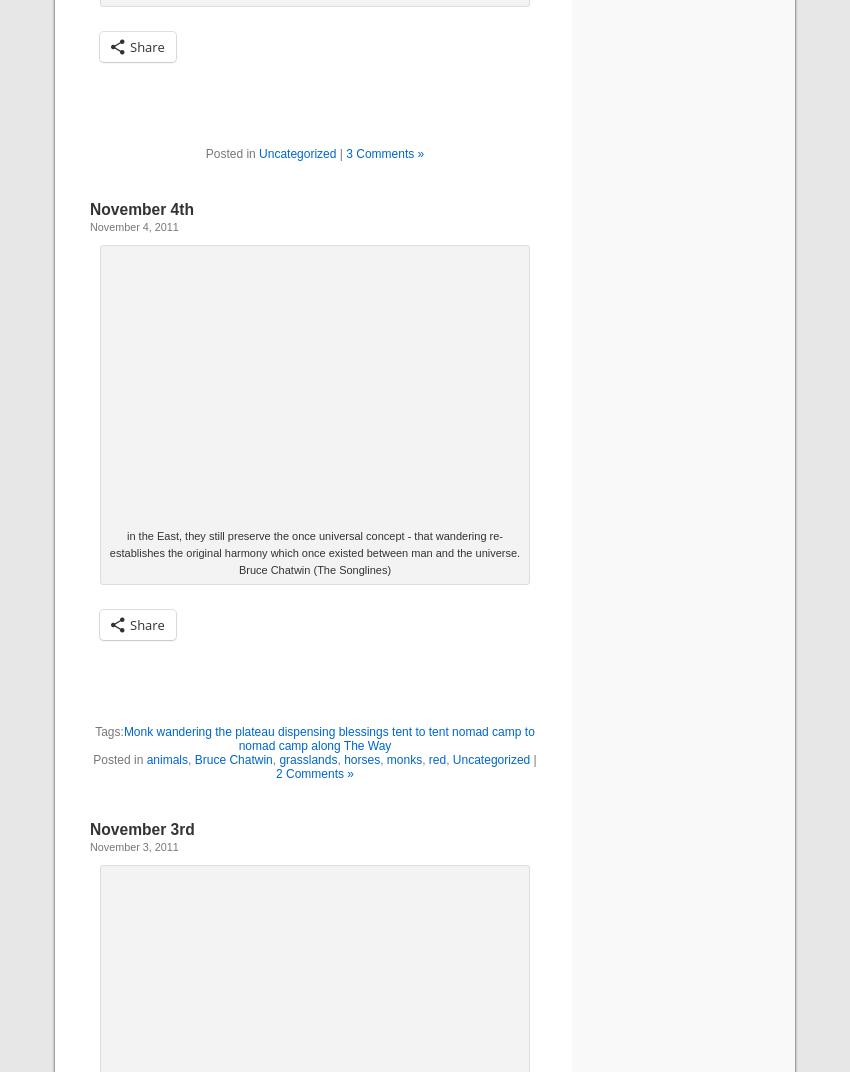  What do you see at coordinates (314, 552) in the screenshot?
I see `'in the East, they still preserve the once universal concept -  that wandering re-establishes the original harmony which once existed between man and the universe. Bruce Chatwin (The Songlines)'` at bounding box center [314, 552].